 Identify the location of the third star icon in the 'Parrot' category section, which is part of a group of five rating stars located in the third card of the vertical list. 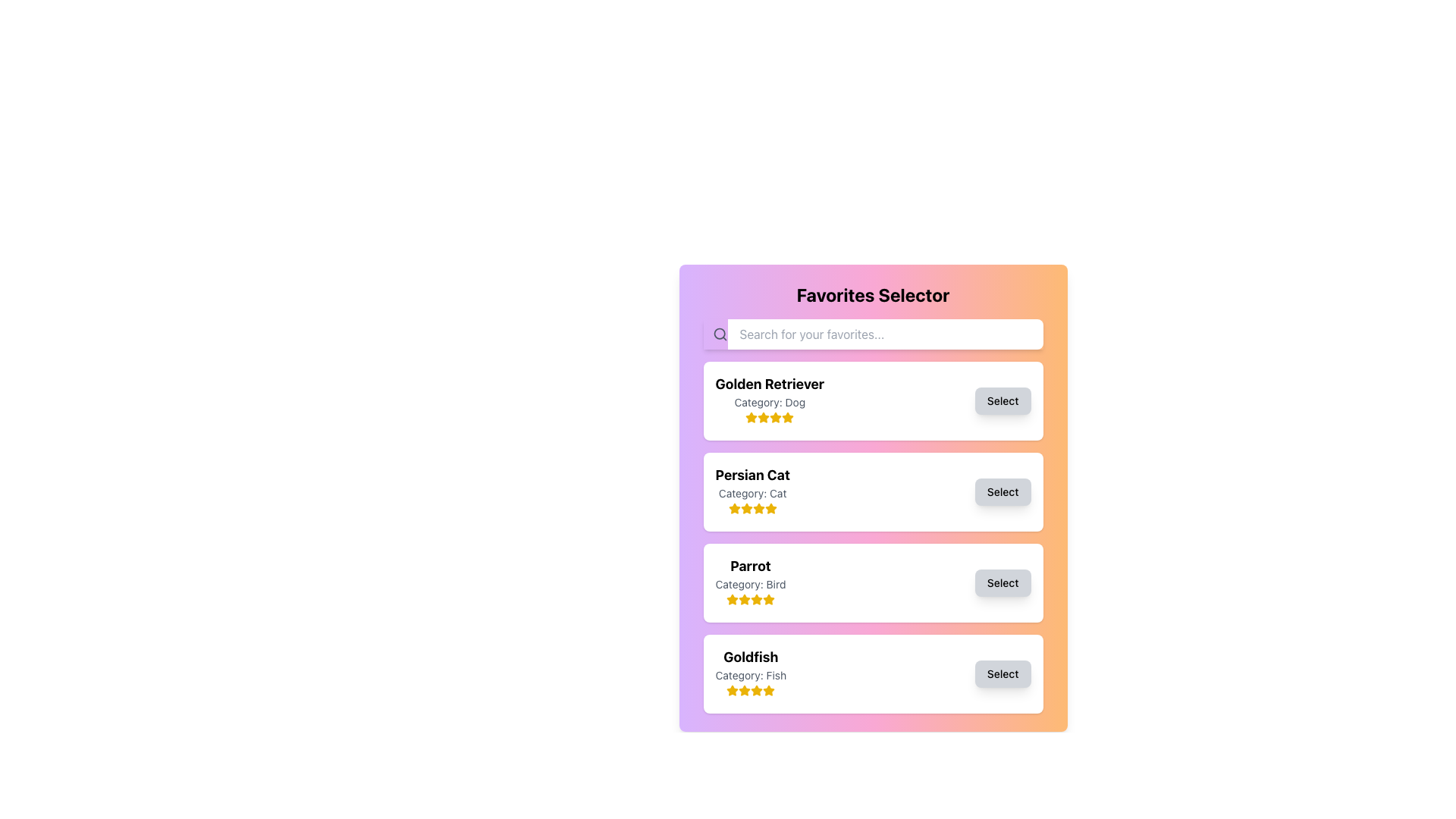
(750, 598).